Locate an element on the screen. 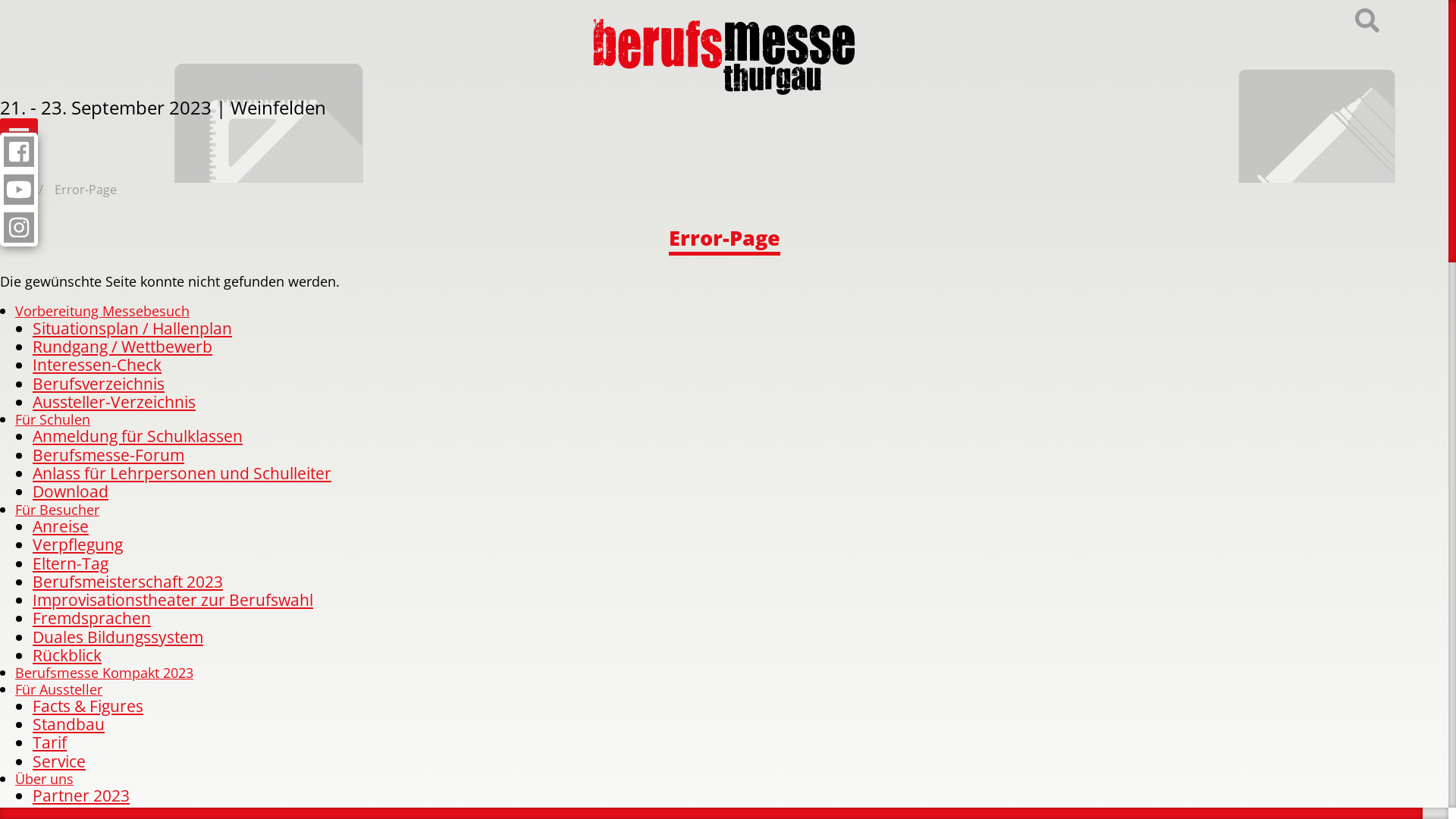 This screenshot has height=819, width=1456. 'Situationsplan / Hallenplan' is located at coordinates (132, 327).